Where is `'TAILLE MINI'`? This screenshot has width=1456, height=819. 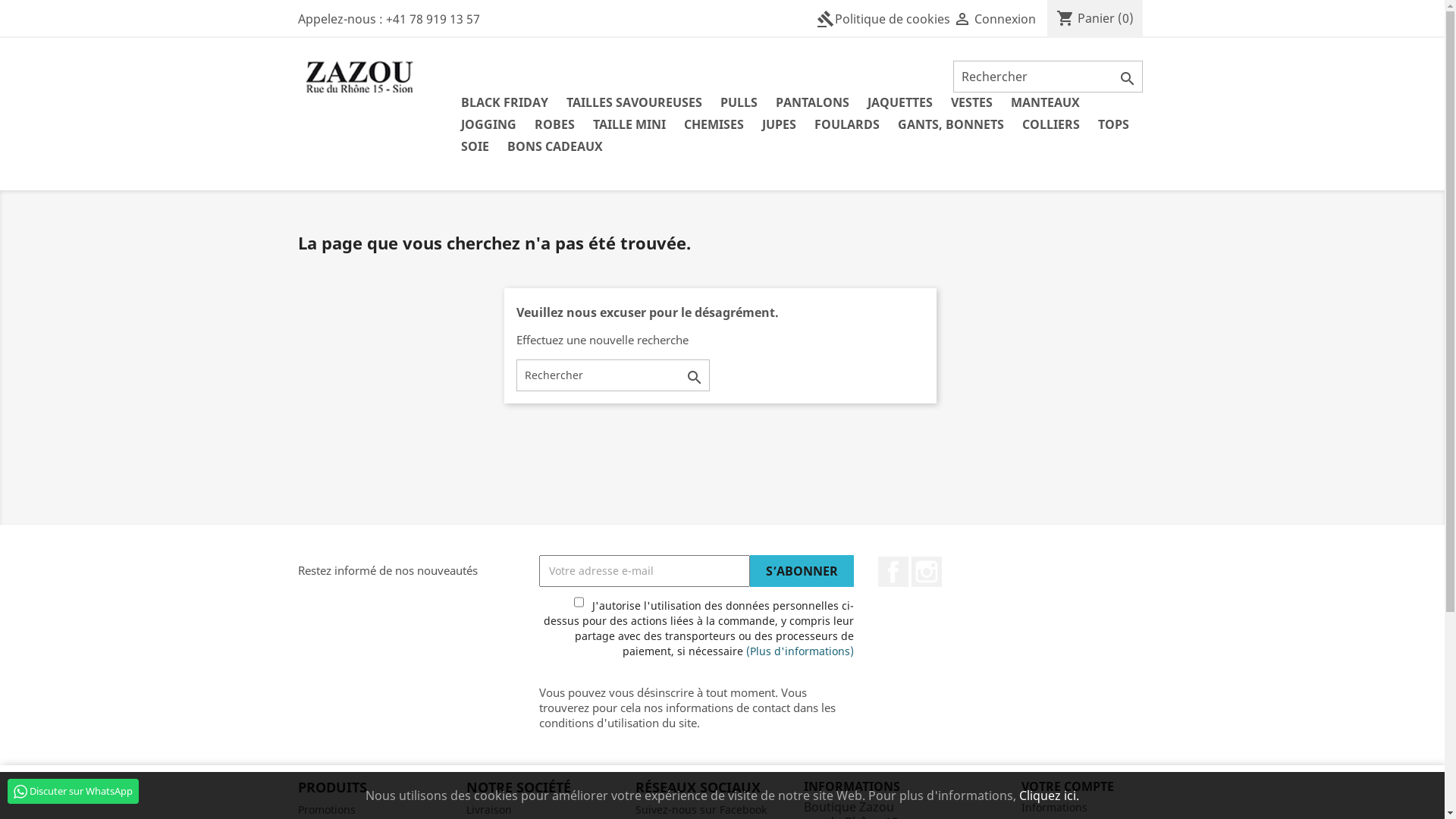
'TAILLE MINI' is located at coordinates (629, 124).